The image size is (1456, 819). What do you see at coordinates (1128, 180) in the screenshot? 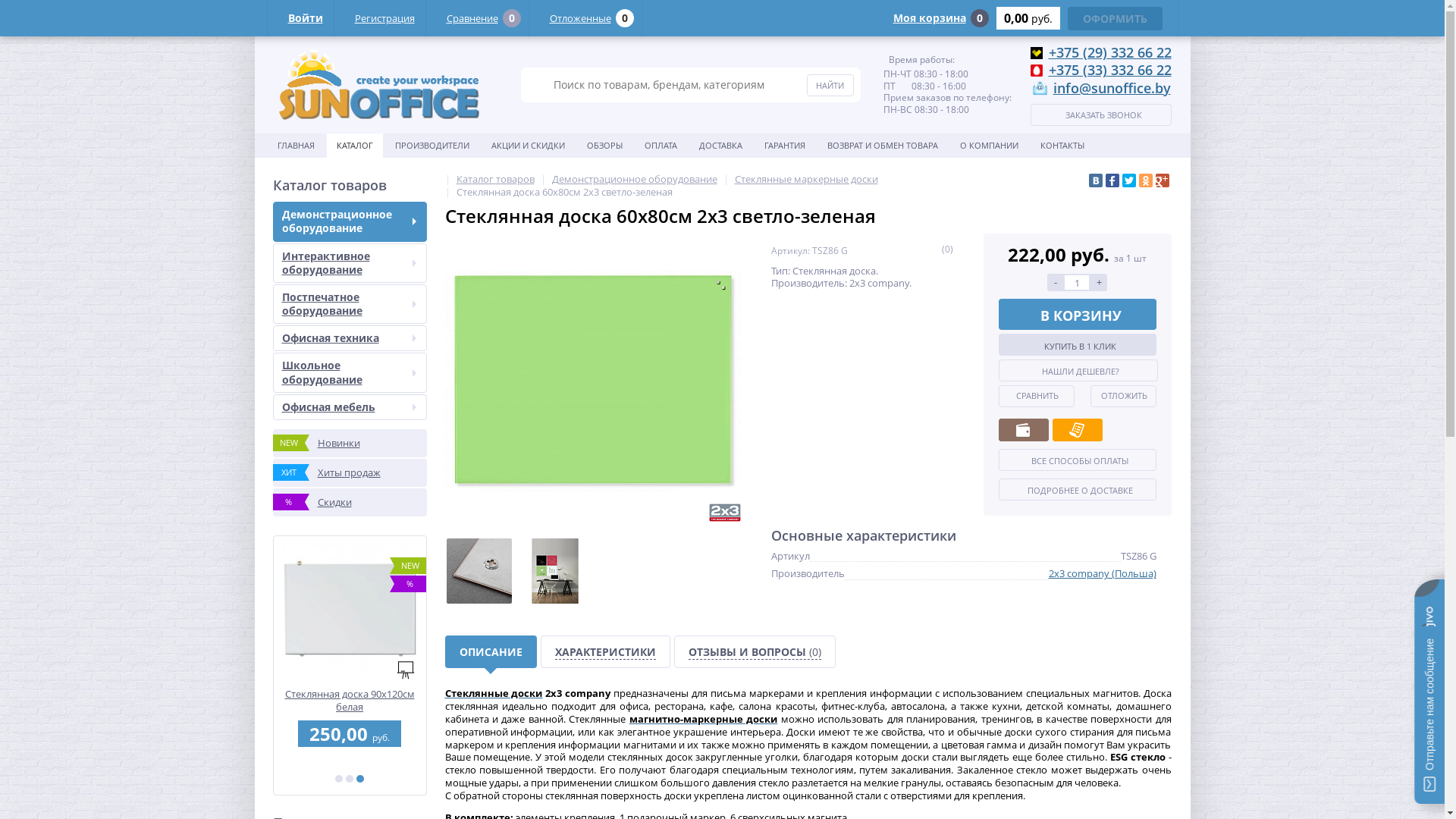
I see `'Twitter'` at bounding box center [1128, 180].